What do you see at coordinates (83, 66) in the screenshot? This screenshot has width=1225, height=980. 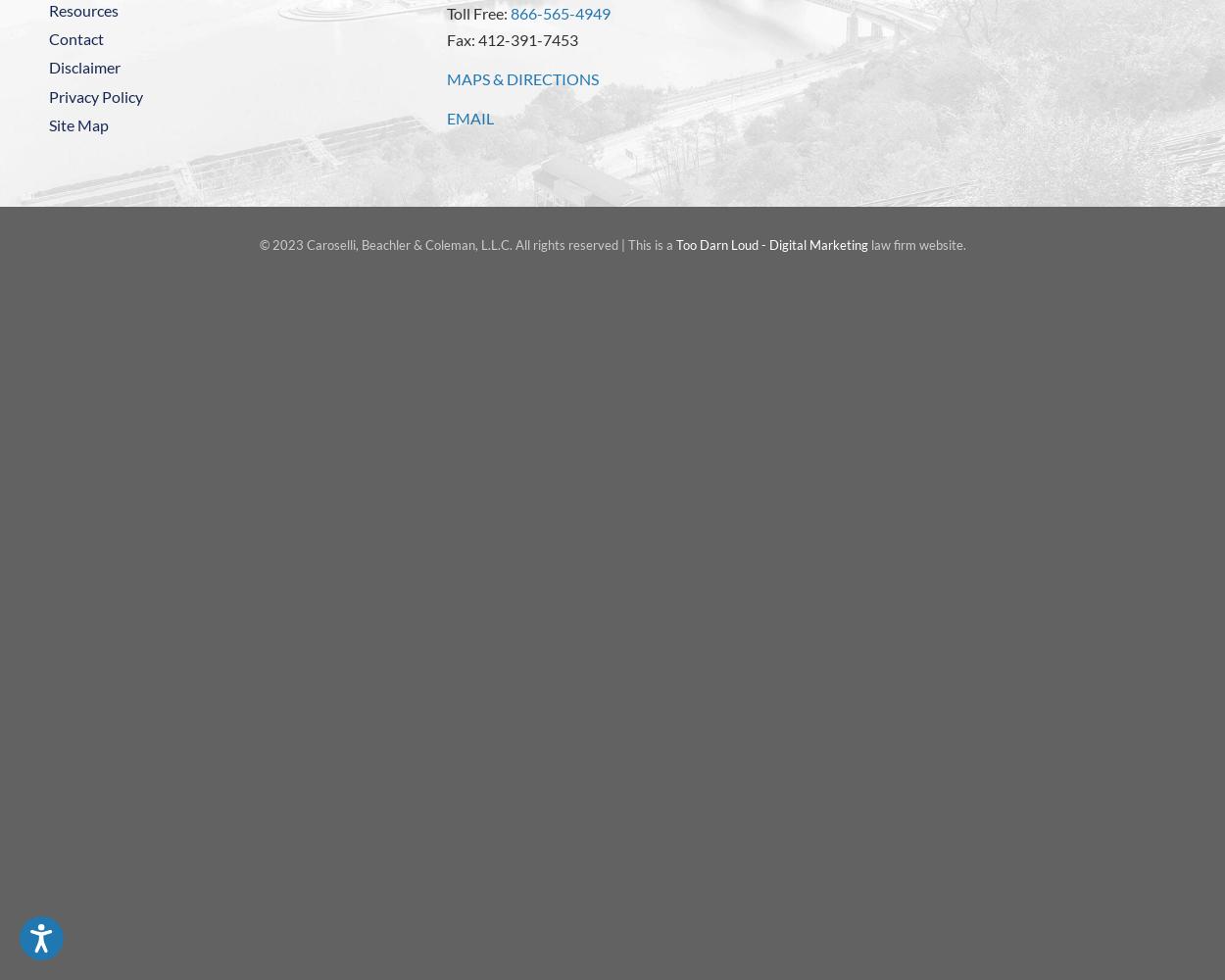 I see `'Disclaimer'` at bounding box center [83, 66].